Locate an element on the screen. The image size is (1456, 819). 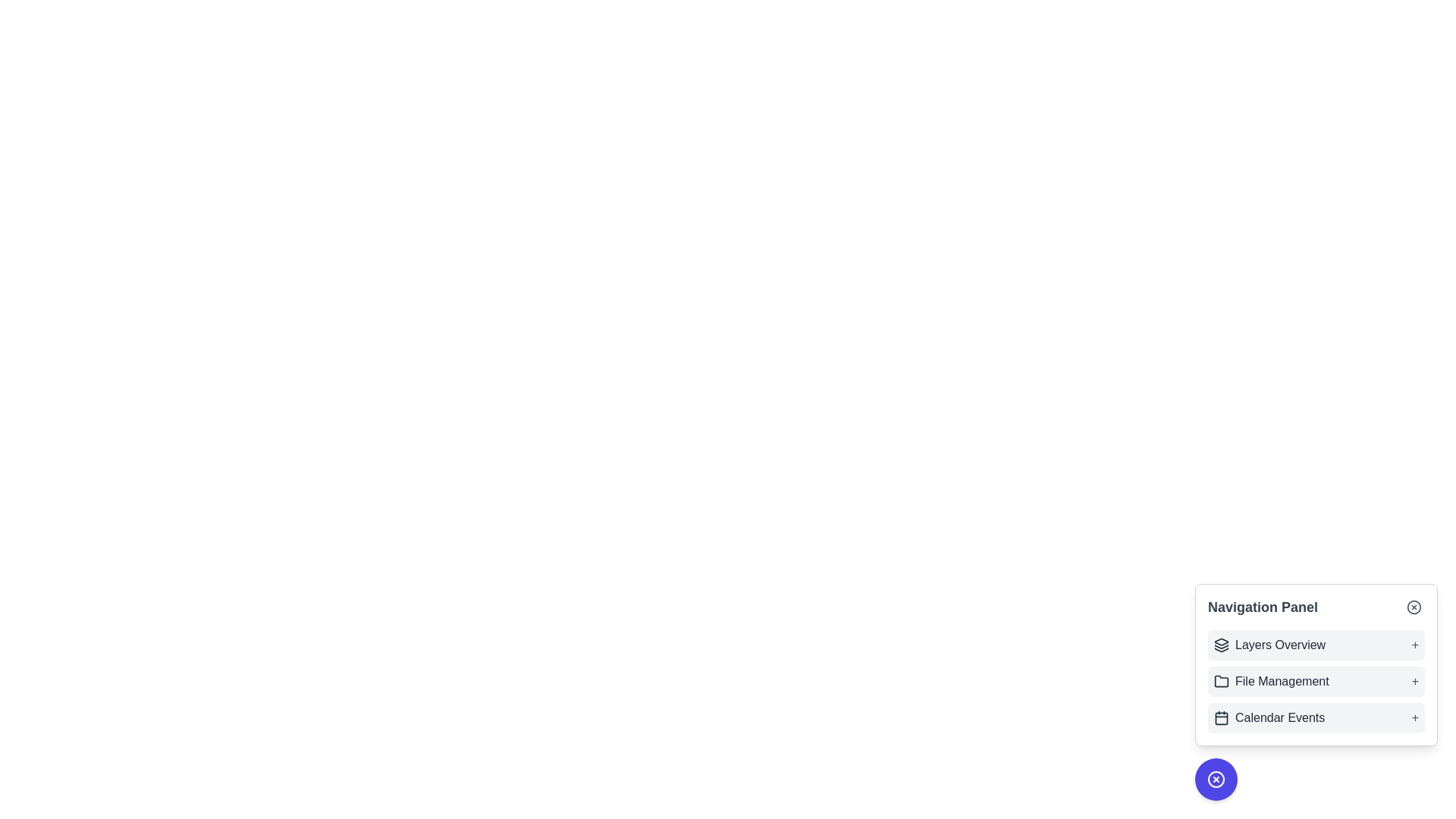
the 'Layers Overview' text label is located at coordinates (1279, 645).